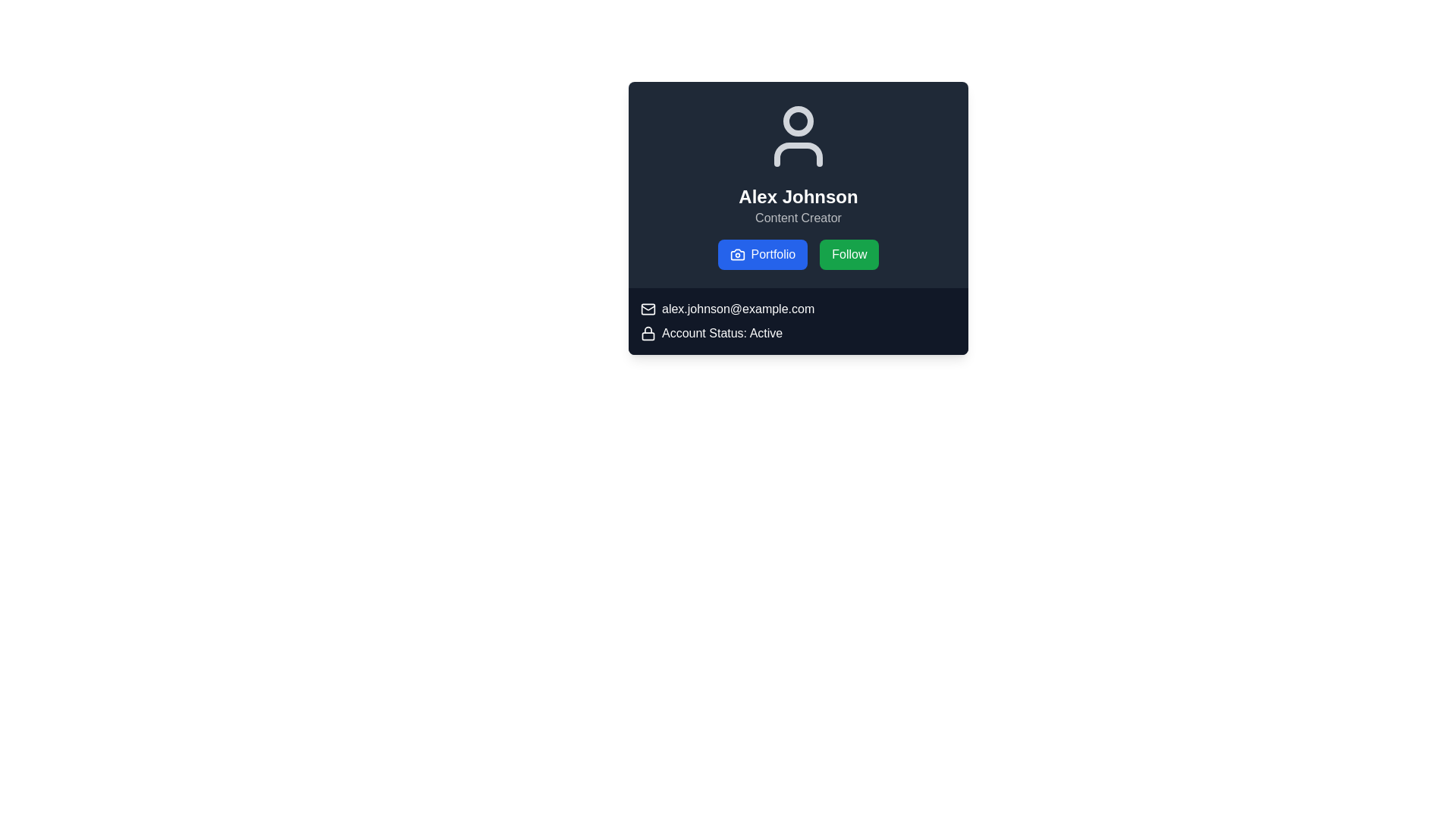  What do you see at coordinates (737, 253) in the screenshot?
I see `the camera icon located within the 'Portfolio' button, which is styled with a white stroke on a blue background and is positioned in the center region of the user interface` at bounding box center [737, 253].